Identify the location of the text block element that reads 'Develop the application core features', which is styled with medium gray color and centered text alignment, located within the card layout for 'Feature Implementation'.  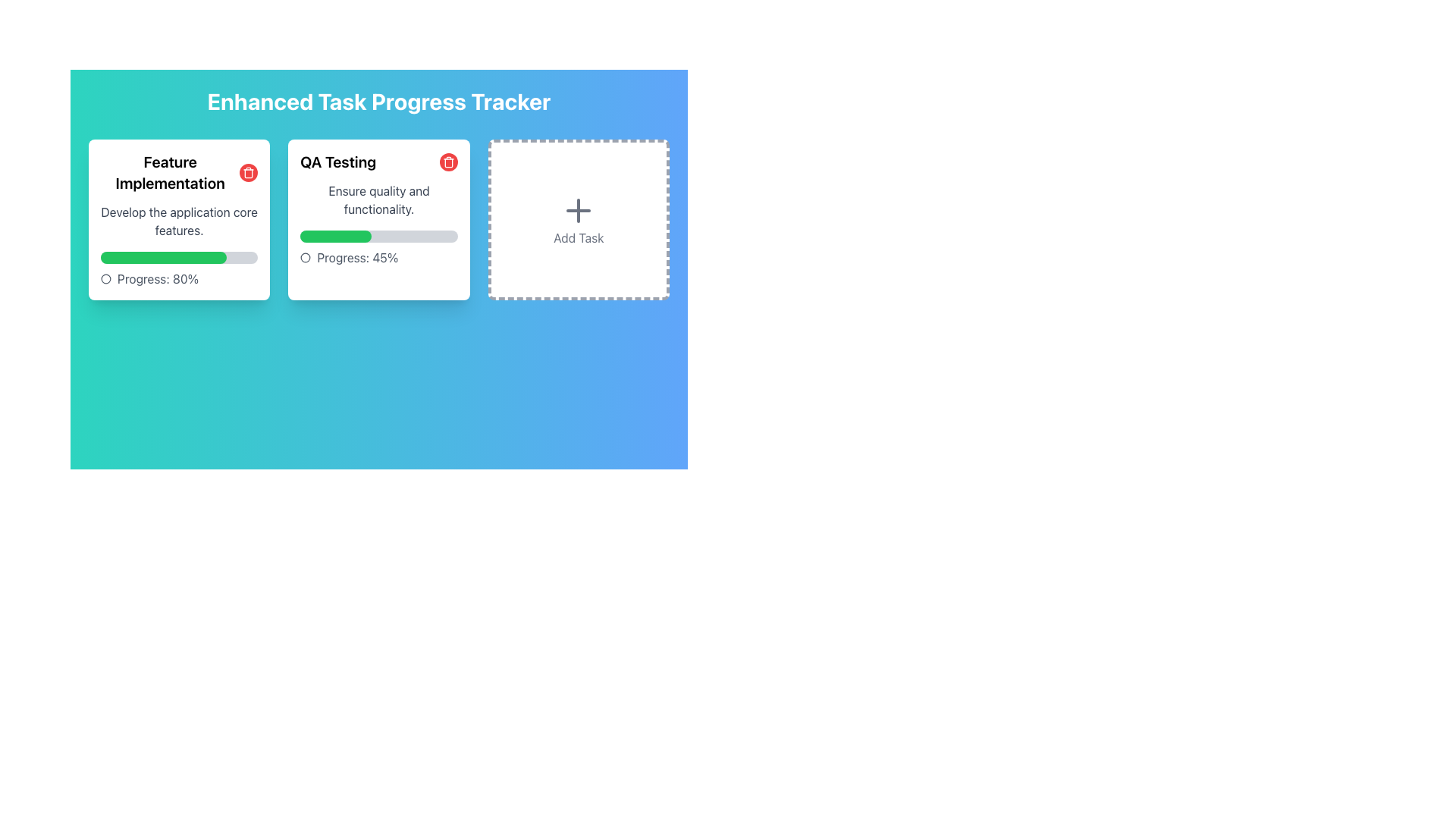
(179, 221).